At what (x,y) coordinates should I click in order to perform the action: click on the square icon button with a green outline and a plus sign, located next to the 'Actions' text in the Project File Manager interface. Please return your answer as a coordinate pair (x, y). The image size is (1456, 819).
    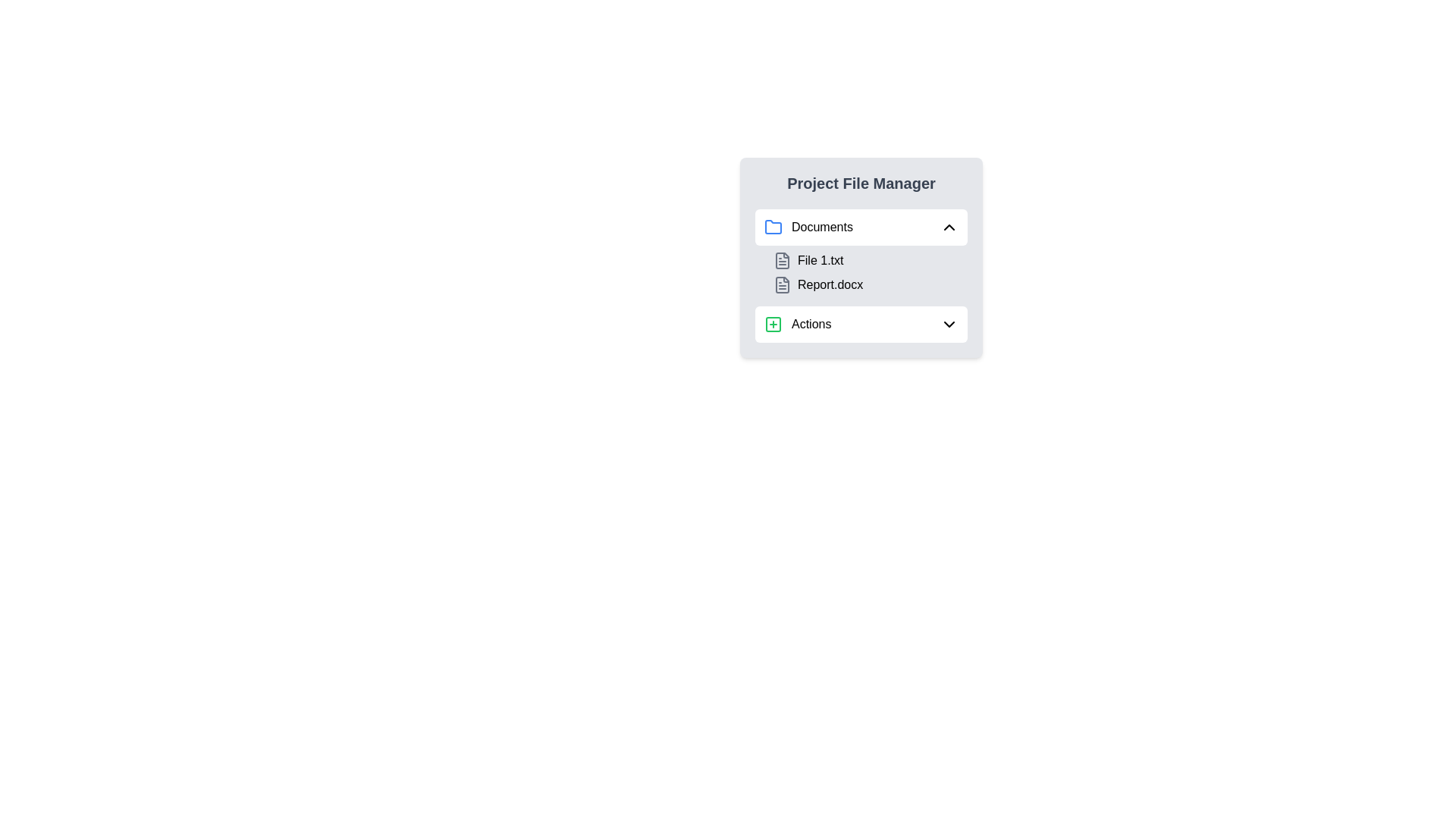
    Looking at the image, I should click on (773, 324).